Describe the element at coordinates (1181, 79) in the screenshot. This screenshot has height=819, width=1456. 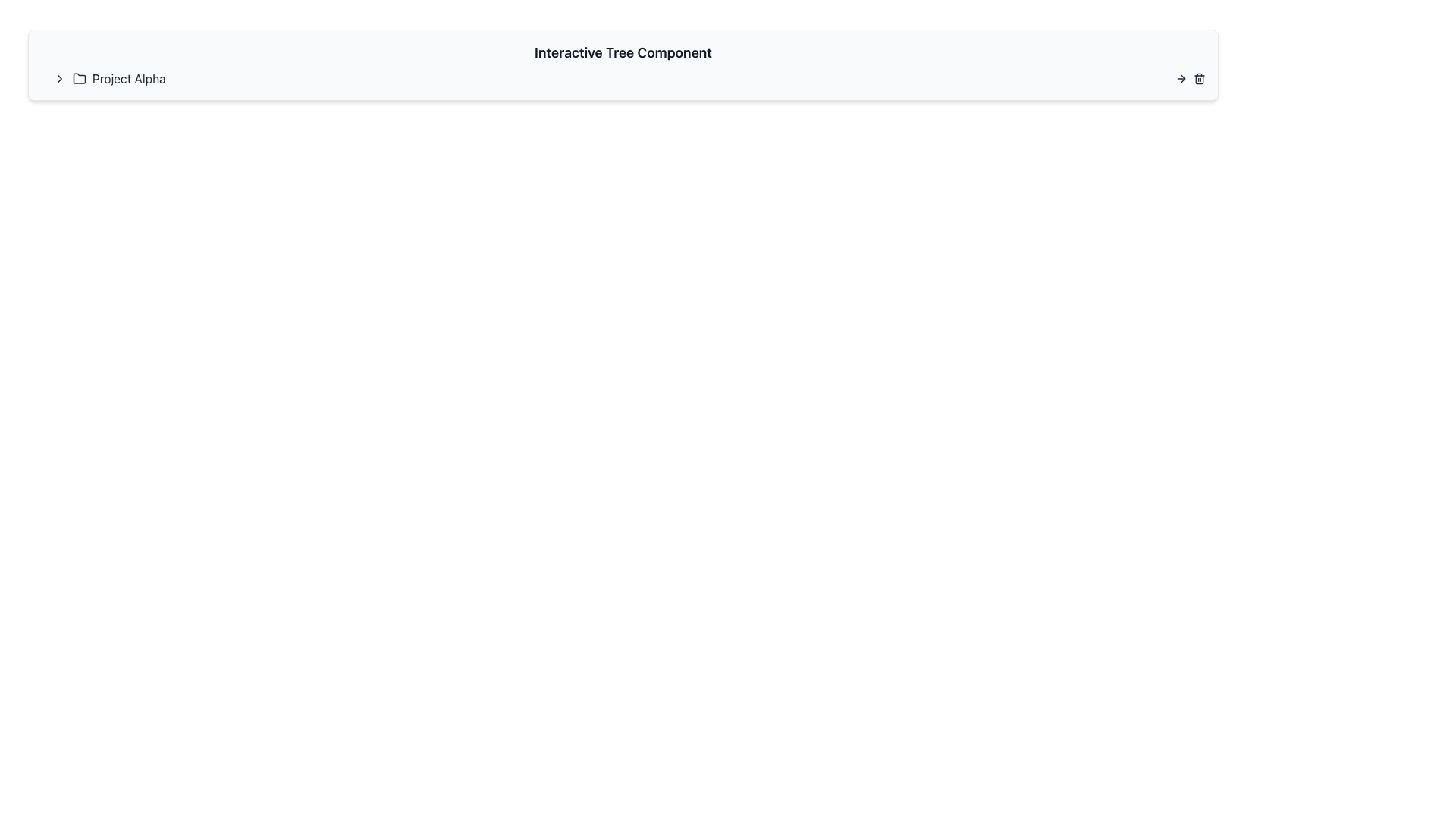
I see `the rightward arrow icon at the top-right corner of the interface, which is styled with green highlights upon interaction` at that location.